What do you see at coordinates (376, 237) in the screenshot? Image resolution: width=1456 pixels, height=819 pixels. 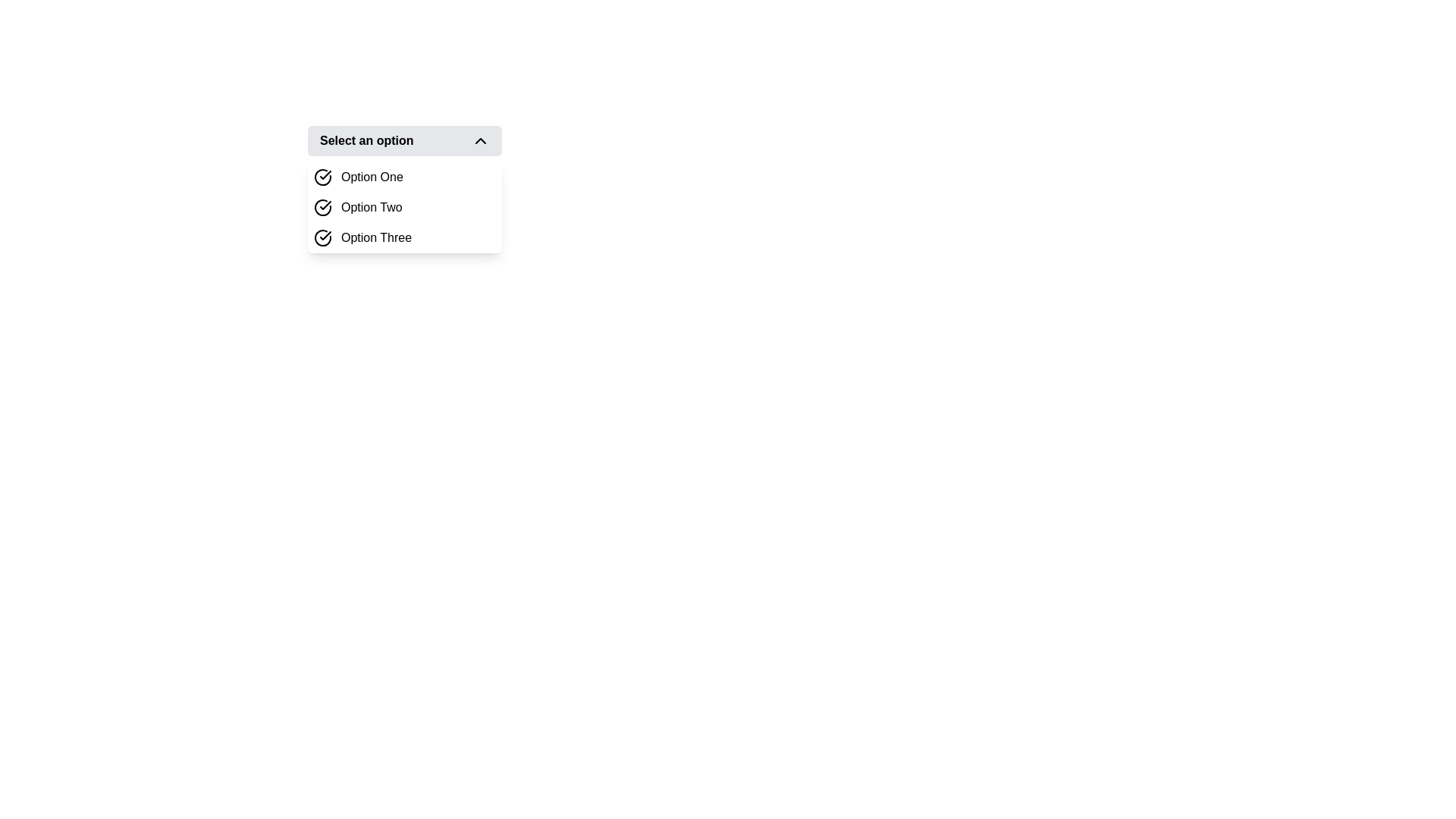 I see `the third option text element in the dropdown menu` at bounding box center [376, 237].